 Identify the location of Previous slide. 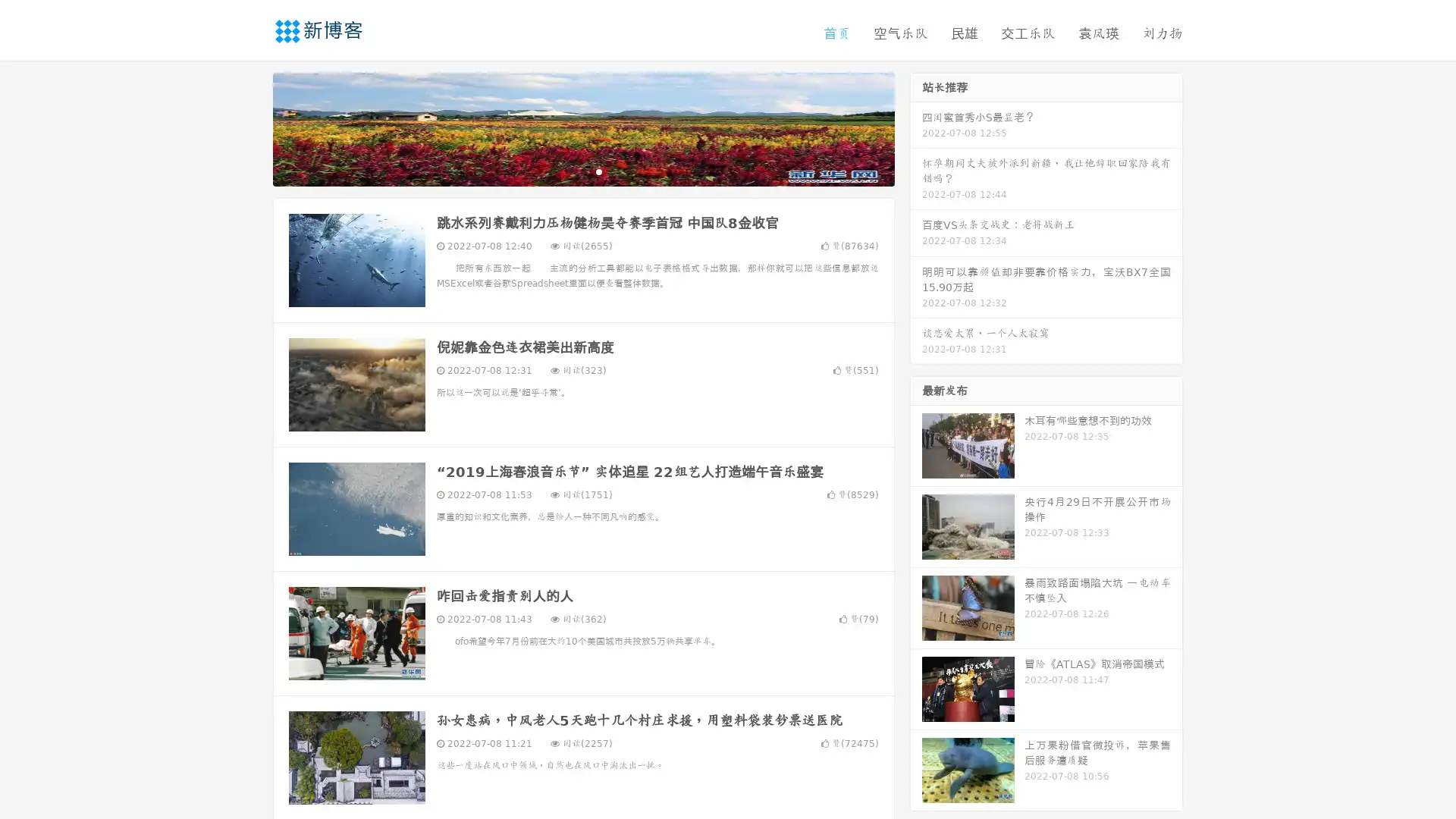
(250, 127).